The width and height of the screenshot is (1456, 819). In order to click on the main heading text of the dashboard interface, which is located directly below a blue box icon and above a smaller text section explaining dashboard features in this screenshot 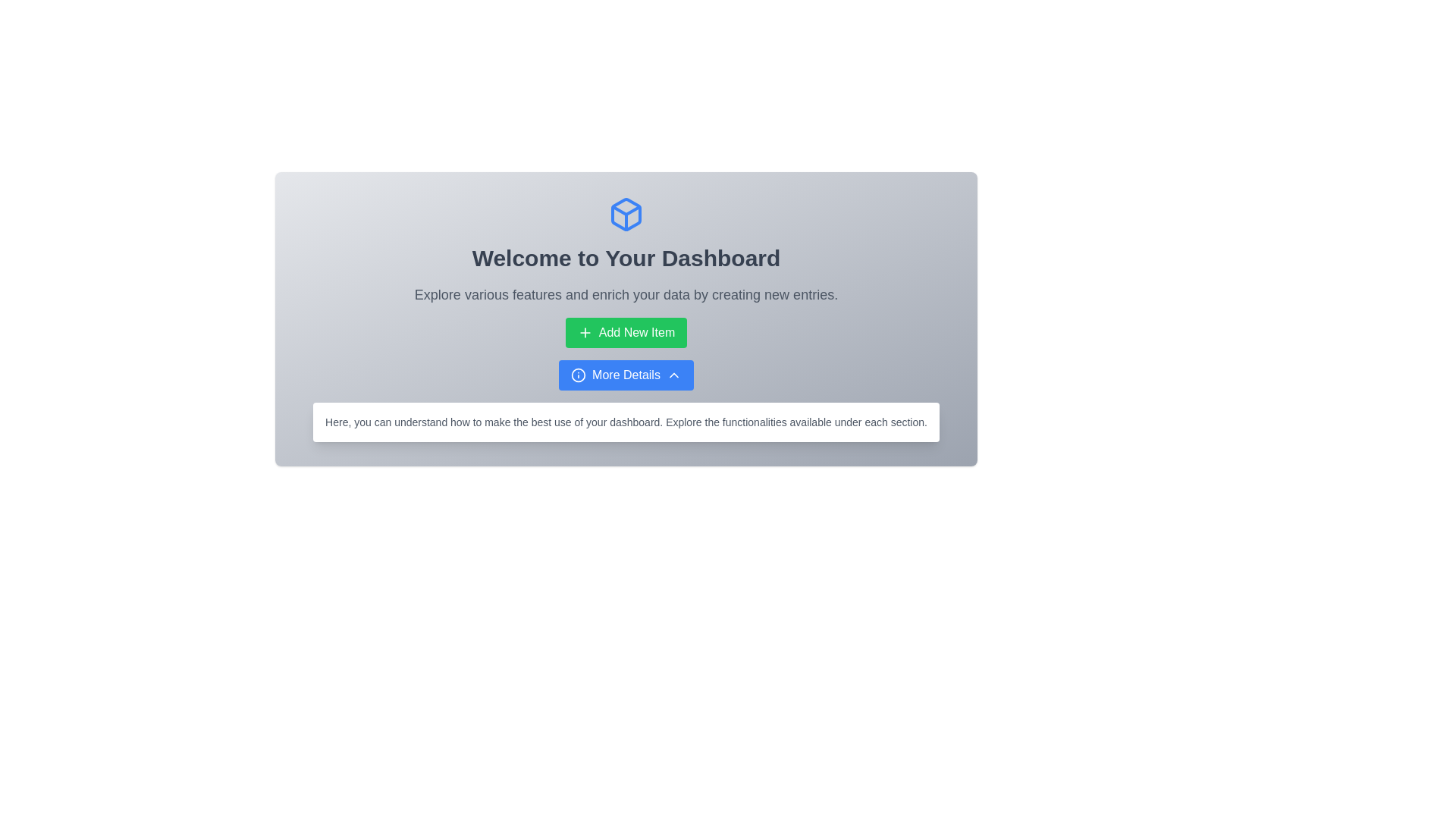, I will do `click(626, 257)`.